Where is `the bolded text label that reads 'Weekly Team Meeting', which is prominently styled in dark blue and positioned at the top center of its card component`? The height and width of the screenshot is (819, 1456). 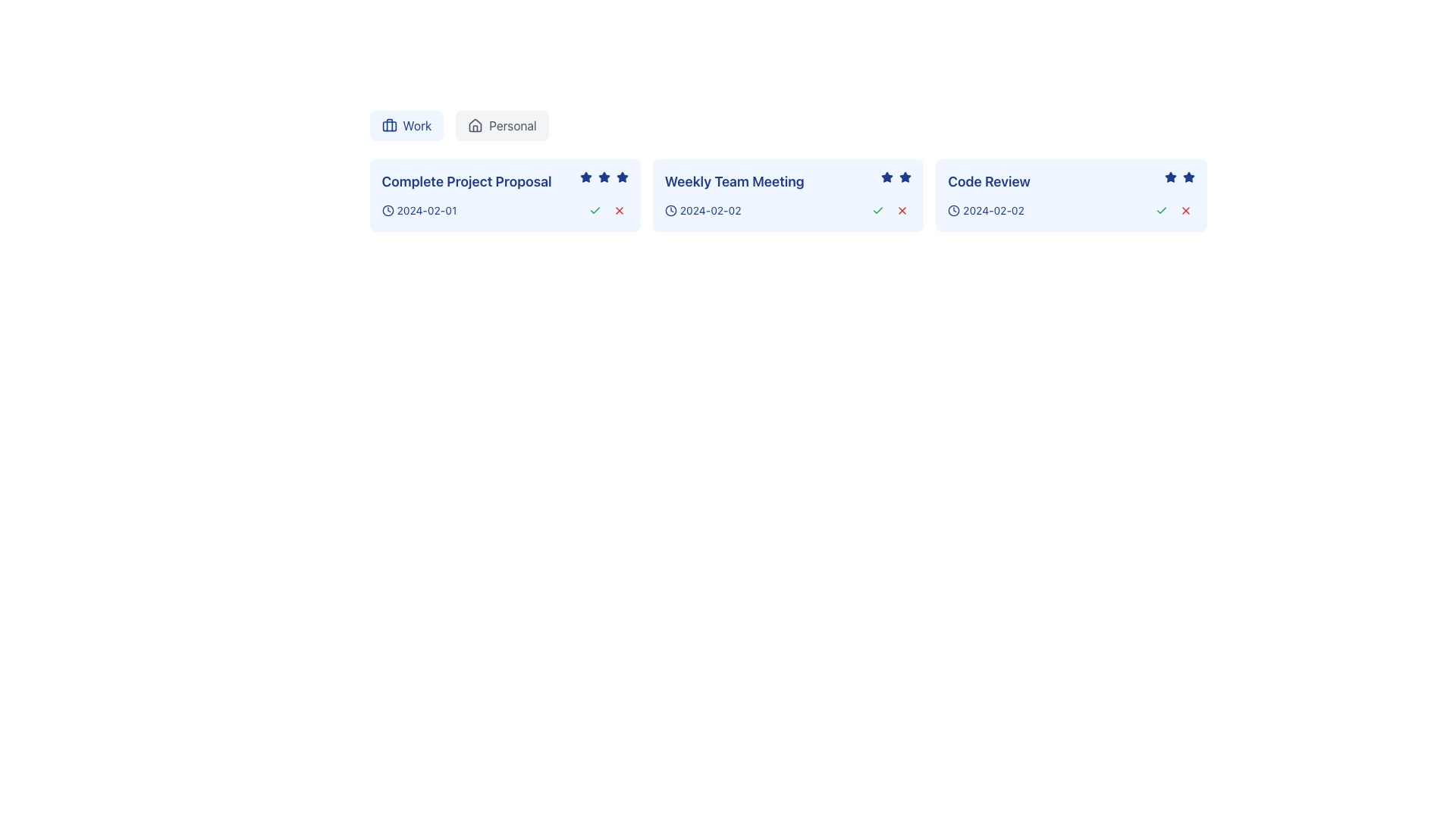
the bolded text label that reads 'Weekly Team Meeting', which is prominently styled in dark blue and positioned at the top center of its card component is located at coordinates (734, 180).